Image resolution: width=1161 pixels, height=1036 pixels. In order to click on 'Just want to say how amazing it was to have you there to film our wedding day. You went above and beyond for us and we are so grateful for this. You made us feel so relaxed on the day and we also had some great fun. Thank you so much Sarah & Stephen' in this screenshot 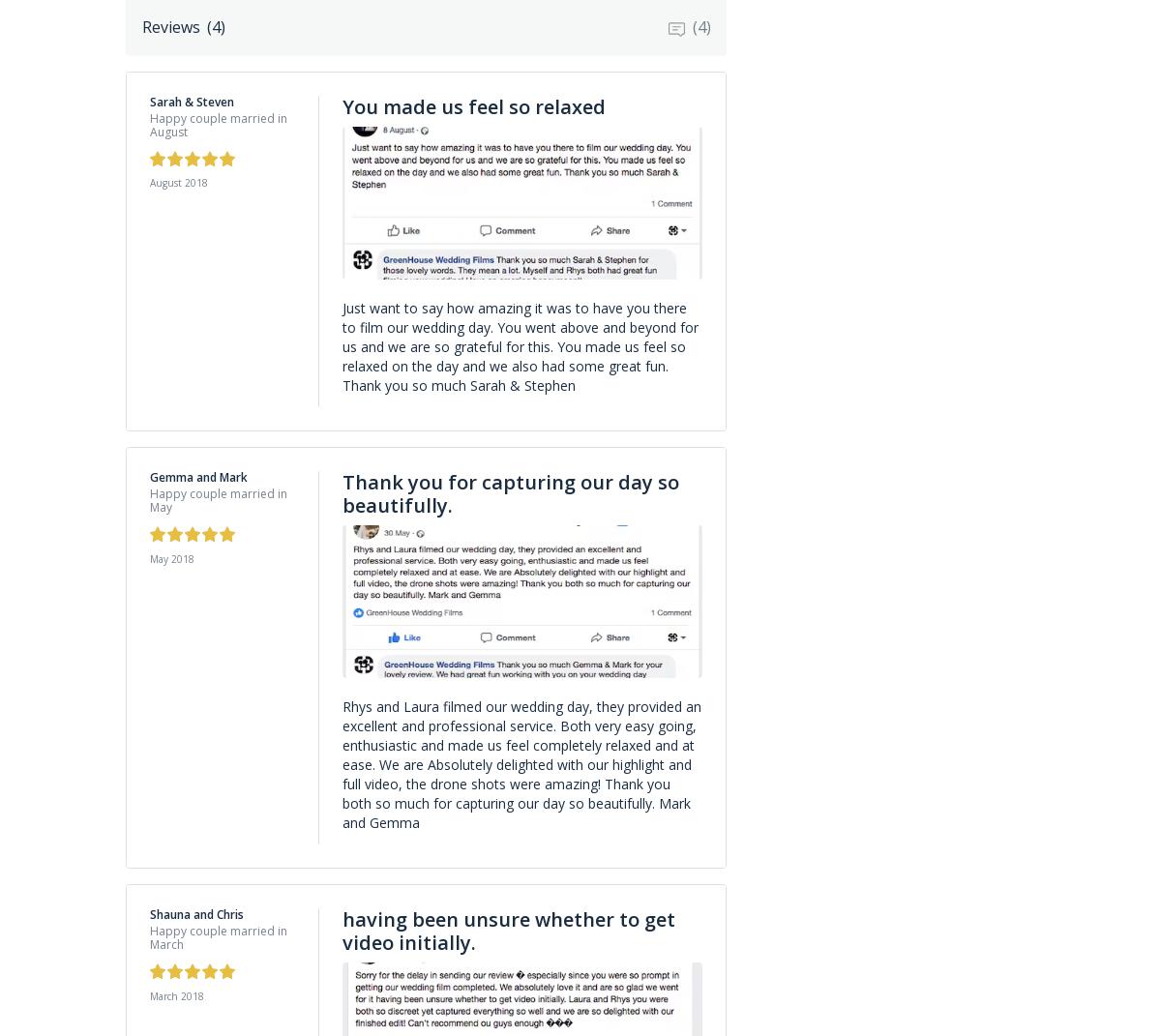, I will do `click(519, 345)`.